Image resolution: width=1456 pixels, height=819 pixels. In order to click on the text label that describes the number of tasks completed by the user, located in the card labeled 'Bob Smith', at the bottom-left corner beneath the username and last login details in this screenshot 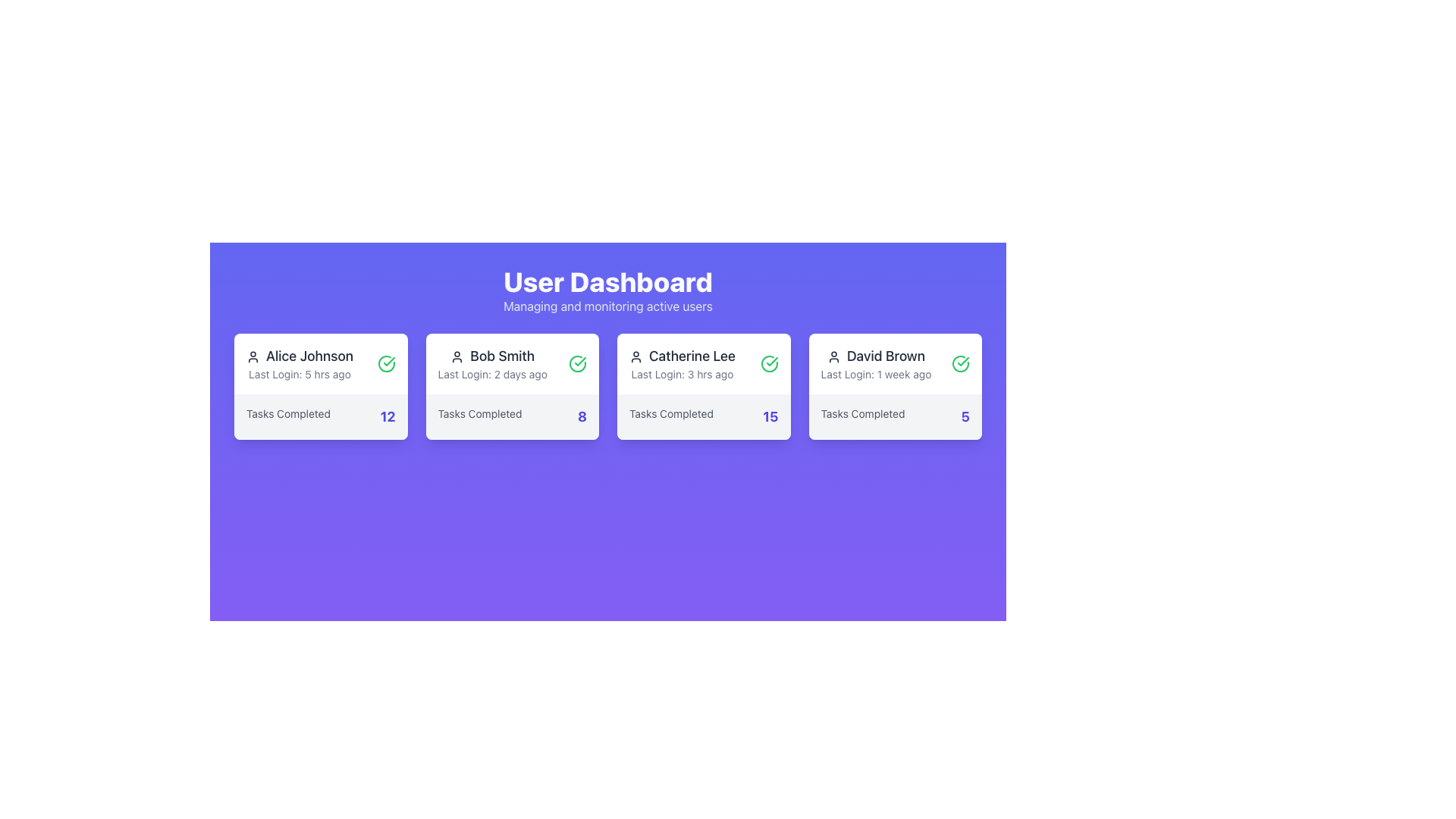, I will do `click(479, 417)`.